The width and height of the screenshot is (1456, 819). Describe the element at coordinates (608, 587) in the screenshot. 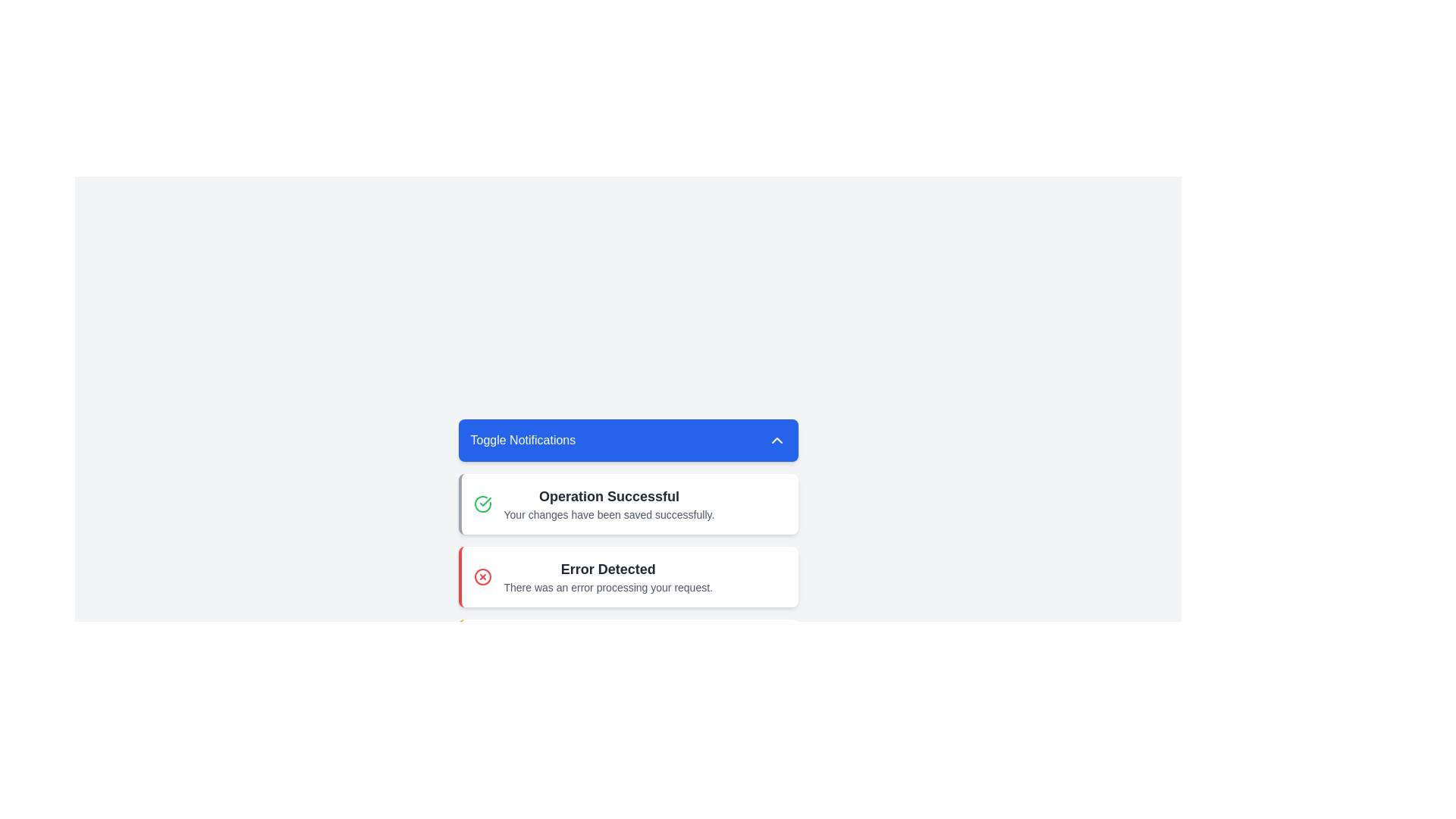

I see `the explanatory text located below the 'Error Detected' header in the notification card` at that location.